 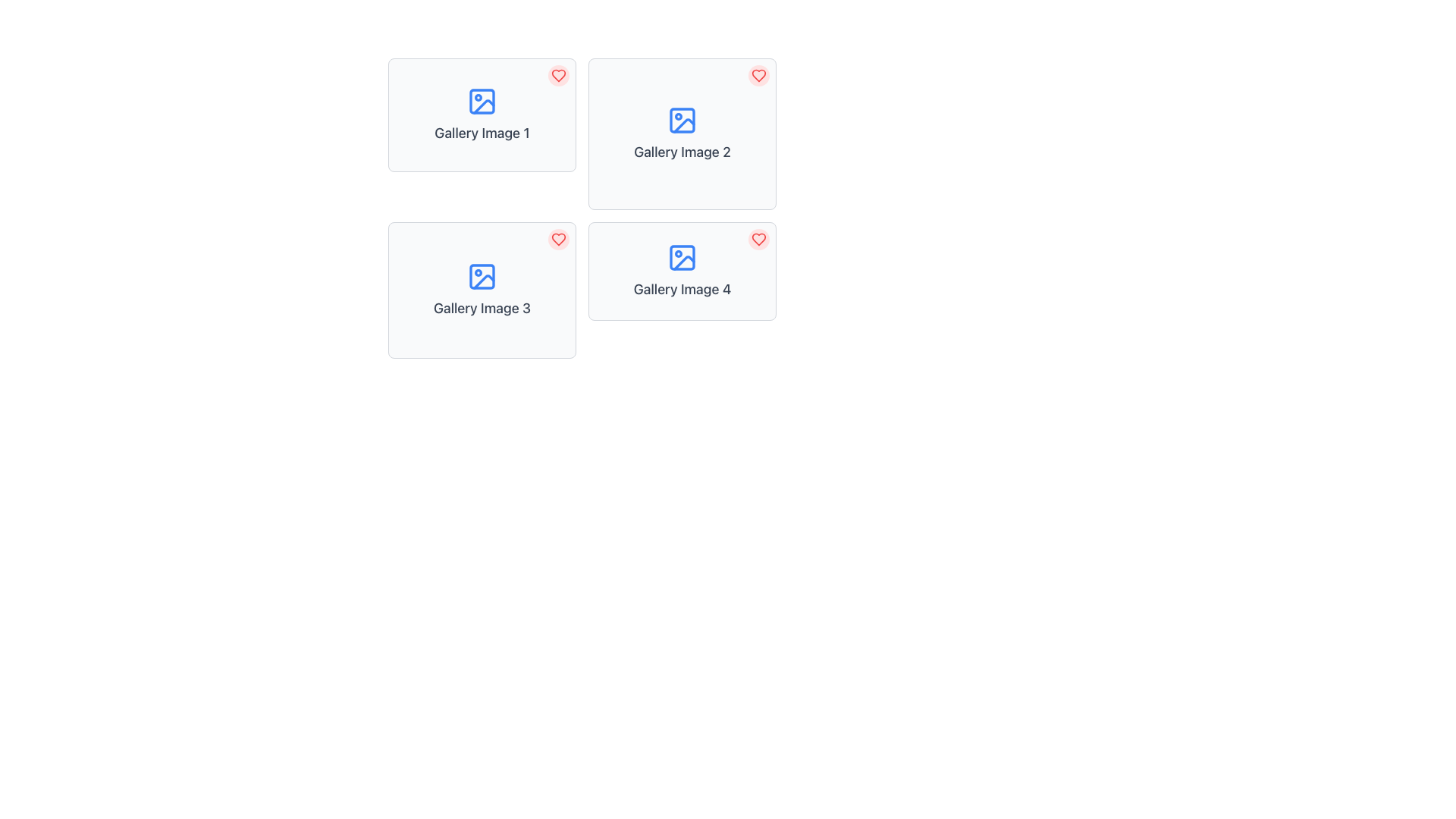 I want to click on the first gallery item card located at the top-left corner of the grid layout, so click(x=481, y=114).